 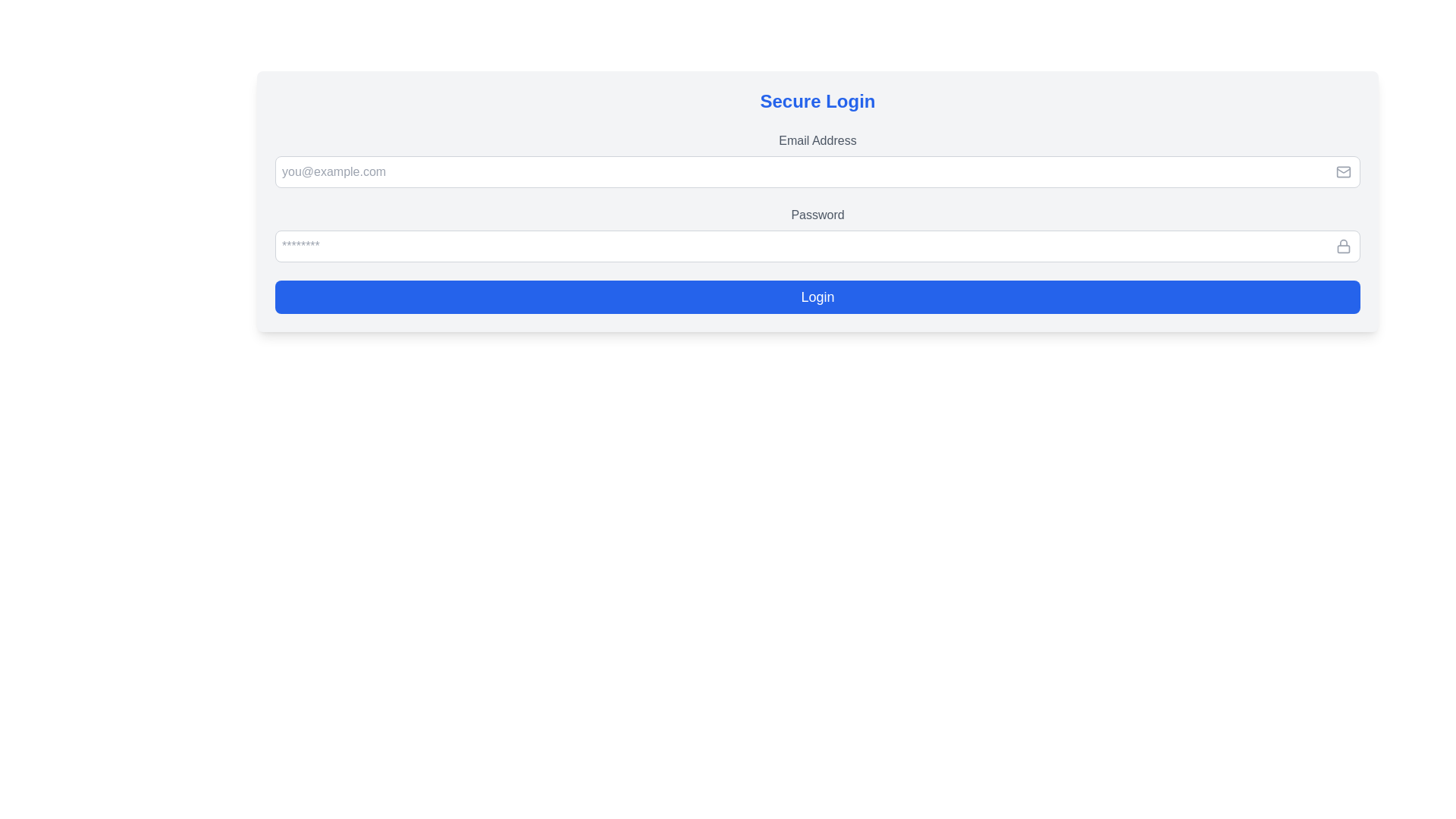 What do you see at coordinates (817, 102) in the screenshot?
I see `the 'Secure Login' text label, which is displayed in a large, bold, blue font at the top of the login form interface` at bounding box center [817, 102].